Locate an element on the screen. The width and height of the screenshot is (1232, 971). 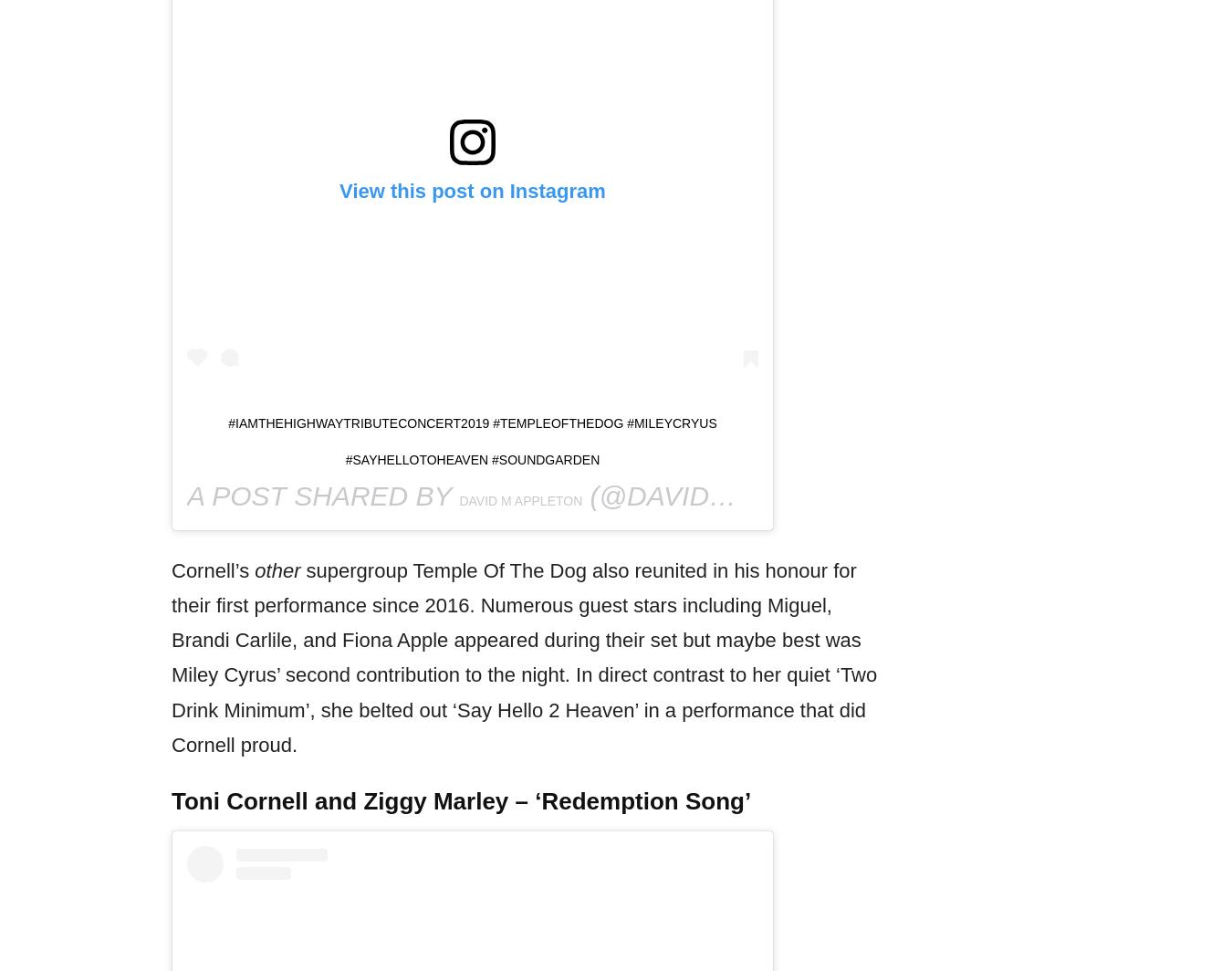
'#iamthehighwaytributeconcert2019 #templeofthedog #mileycryus #sayhellotoheaven #soundgarden' is located at coordinates (471, 440).